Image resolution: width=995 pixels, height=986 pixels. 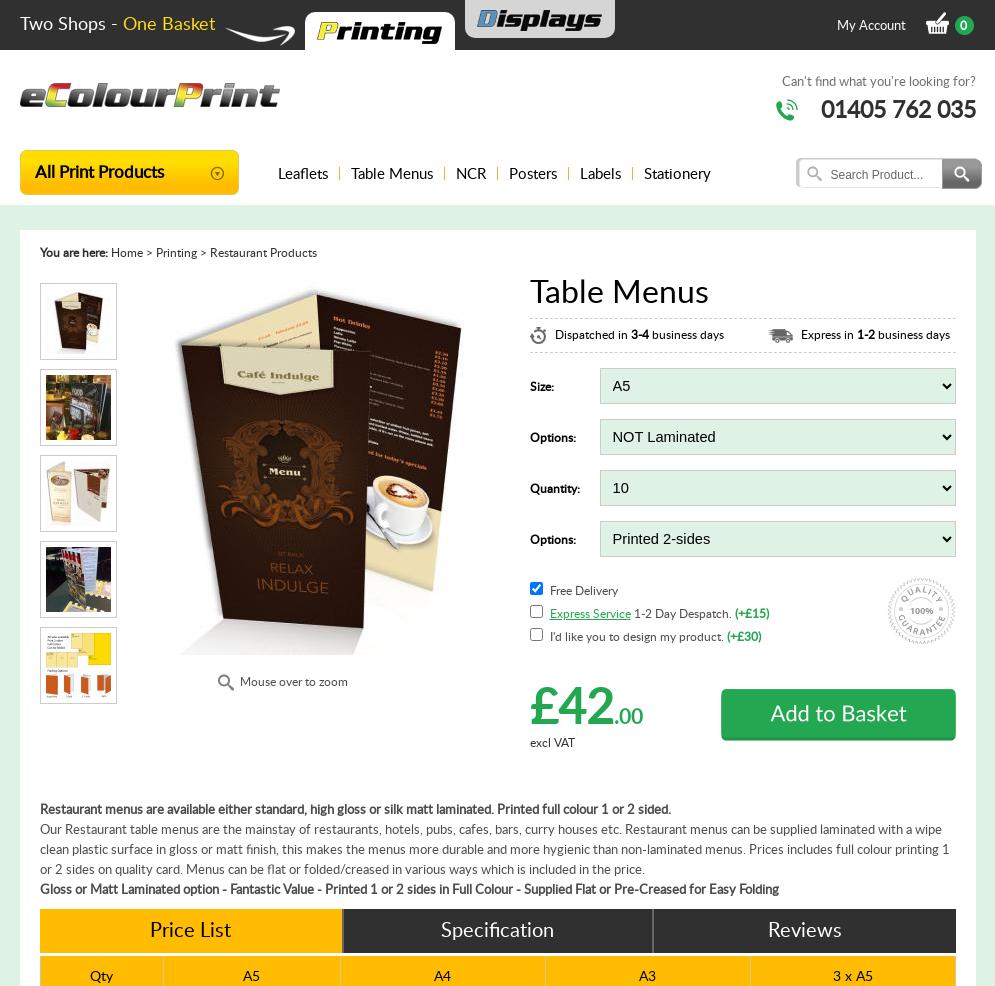 What do you see at coordinates (439, 929) in the screenshot?
I see `'Specification'` at bounding box center [439, 929].